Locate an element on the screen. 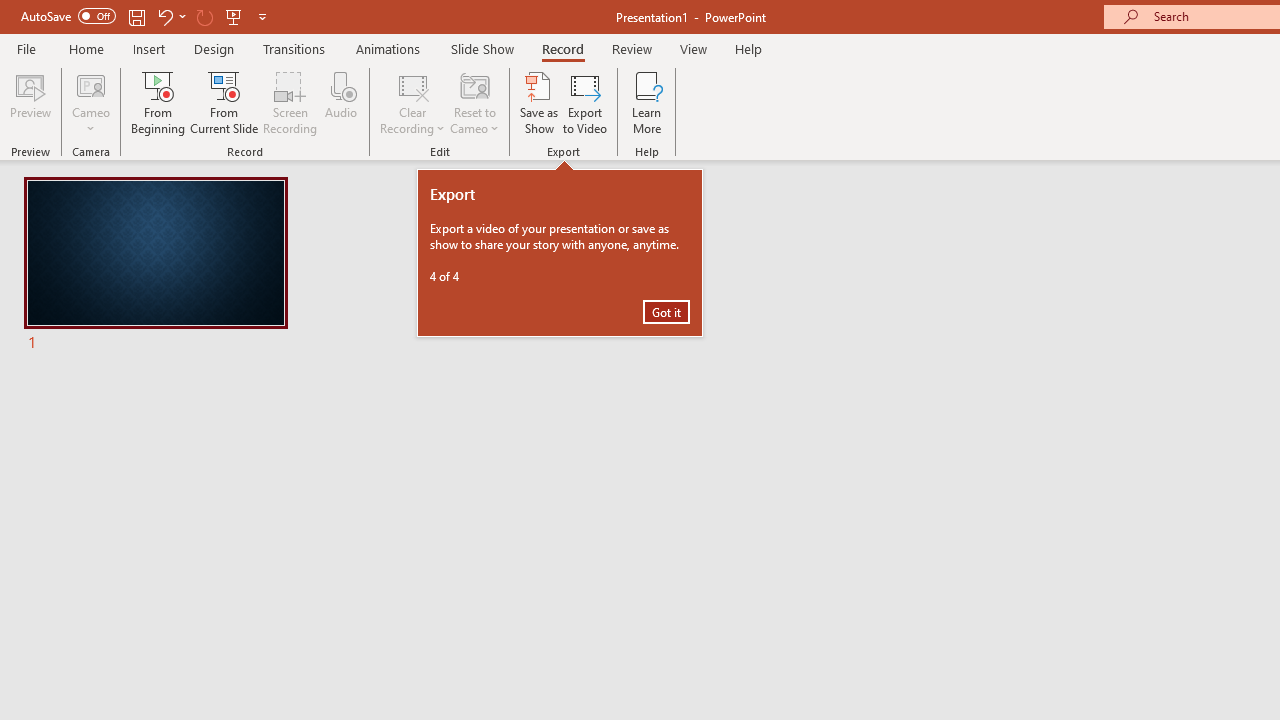  'View' is located at coordinates (693, 48).